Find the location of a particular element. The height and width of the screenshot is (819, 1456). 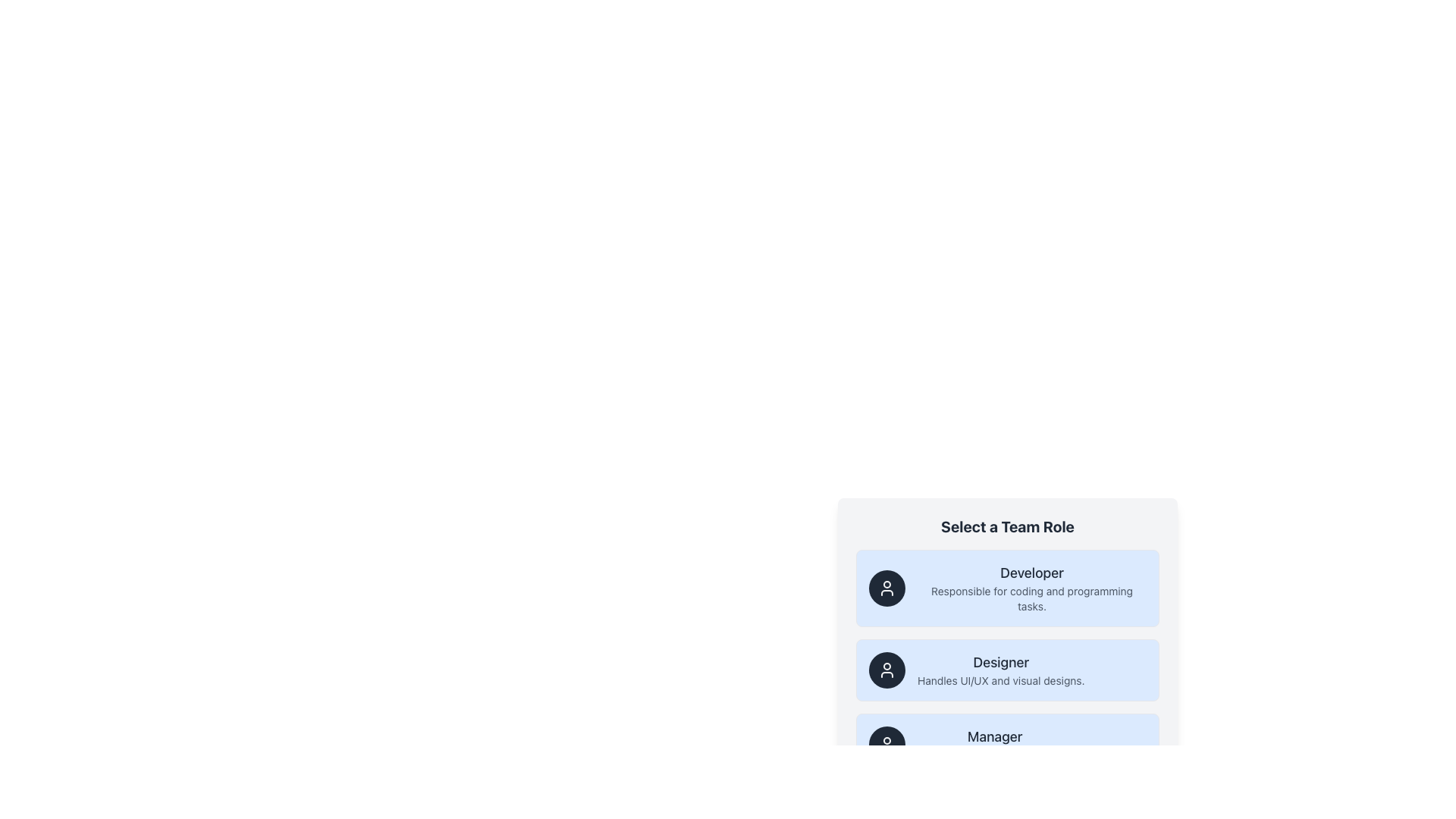

the text label representing the role 'Designer', which is located in the second card from the top of a vertical list of similar cards is located at coordinates (1001, 662).